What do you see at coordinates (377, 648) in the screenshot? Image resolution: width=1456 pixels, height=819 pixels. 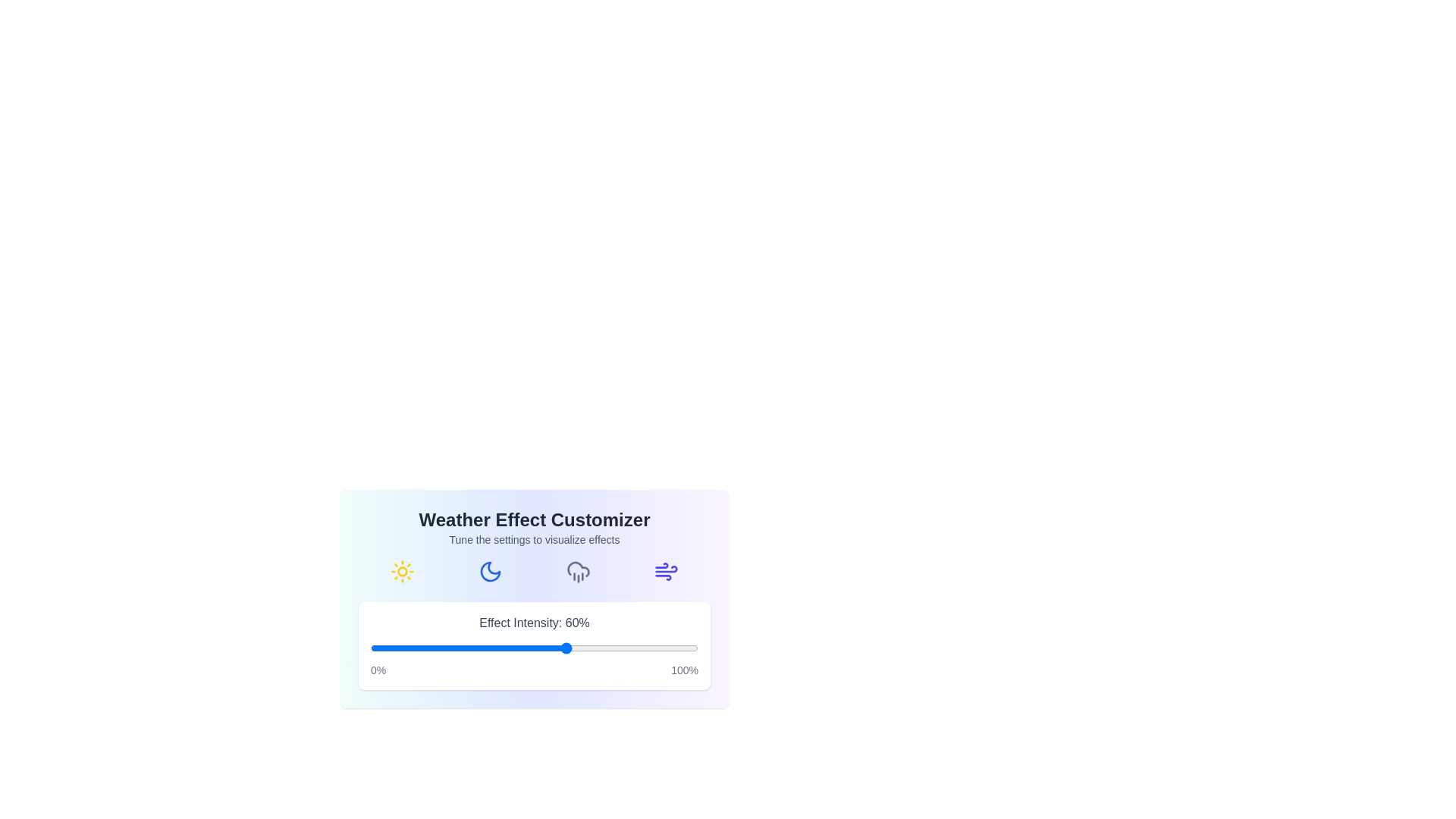 I see `the effect intensity` at bounding box center [377, 648].